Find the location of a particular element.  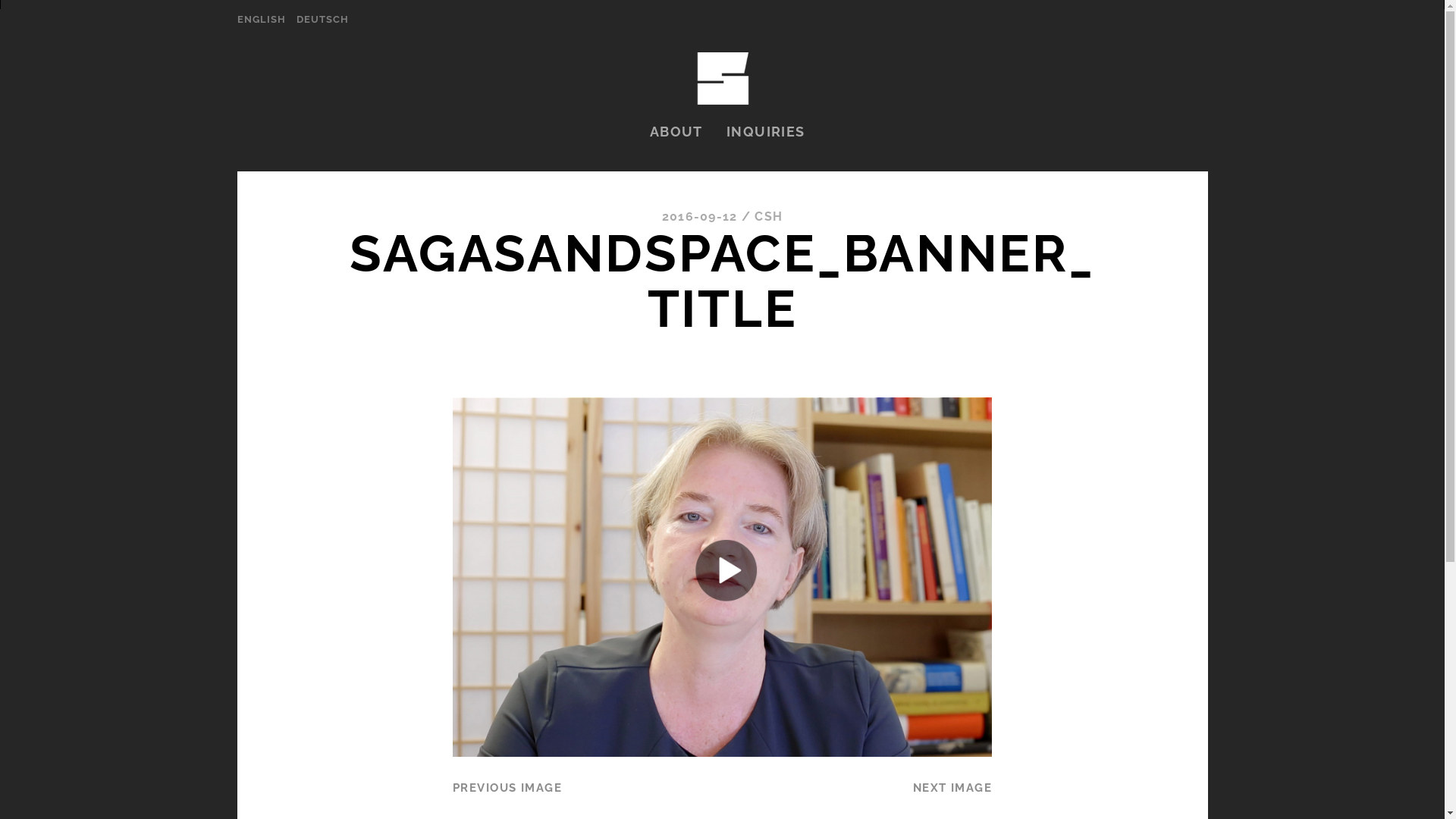

'ENGLISH' is located at coordinates (261, 20).